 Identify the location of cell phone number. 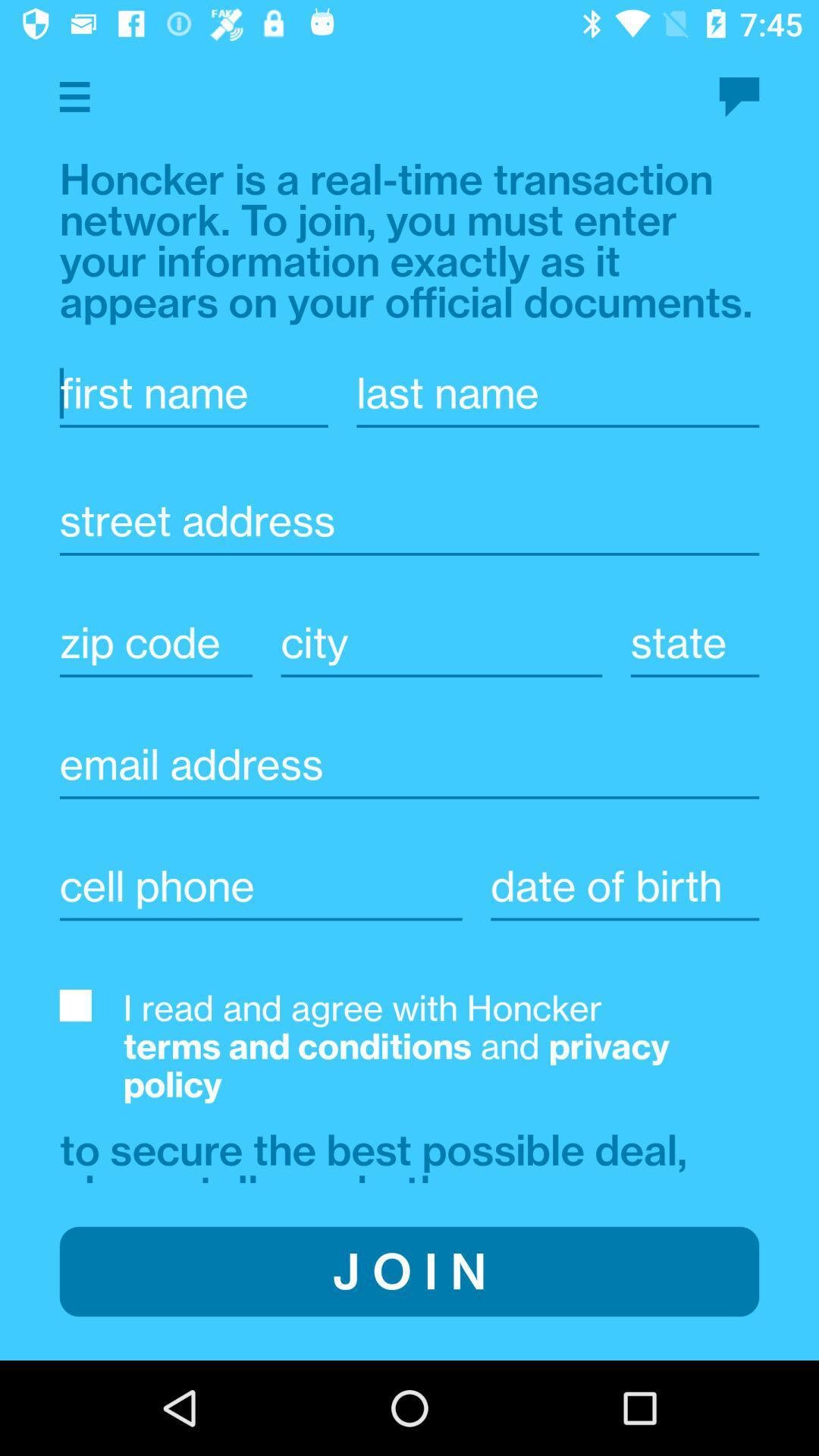
(260, 886).